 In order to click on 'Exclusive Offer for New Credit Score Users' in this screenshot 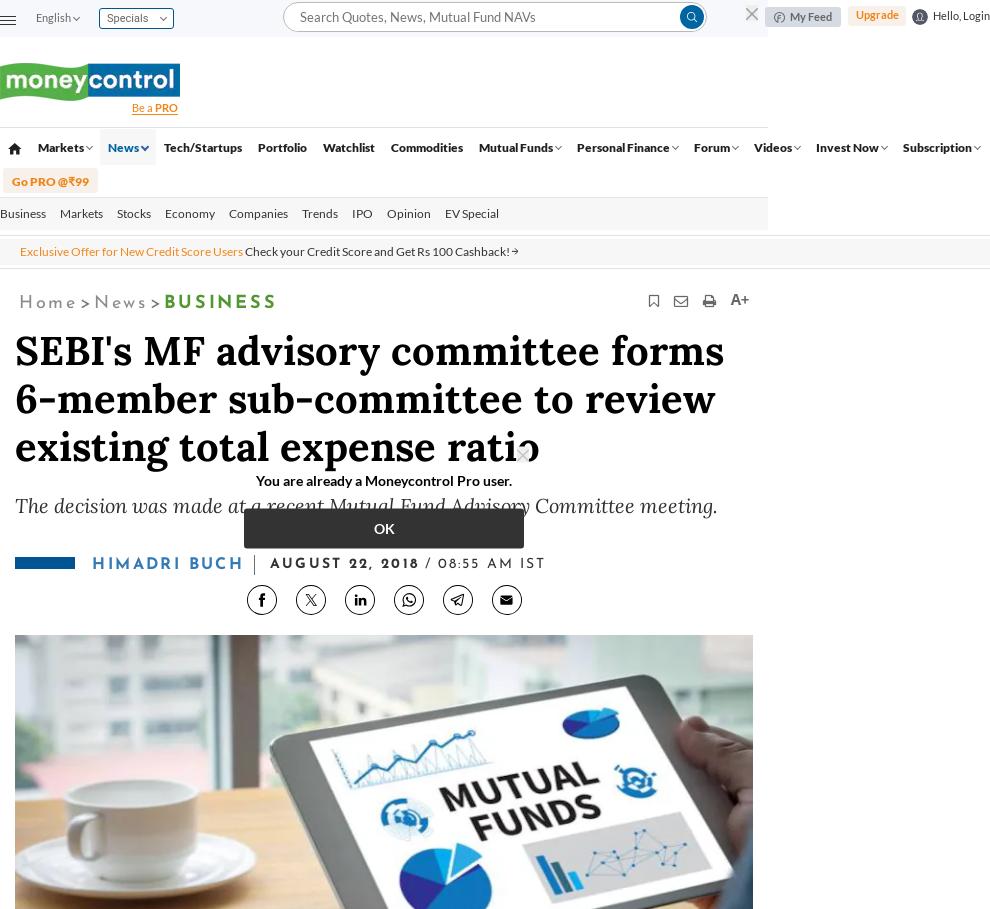, I will do `click(131, 251)`.